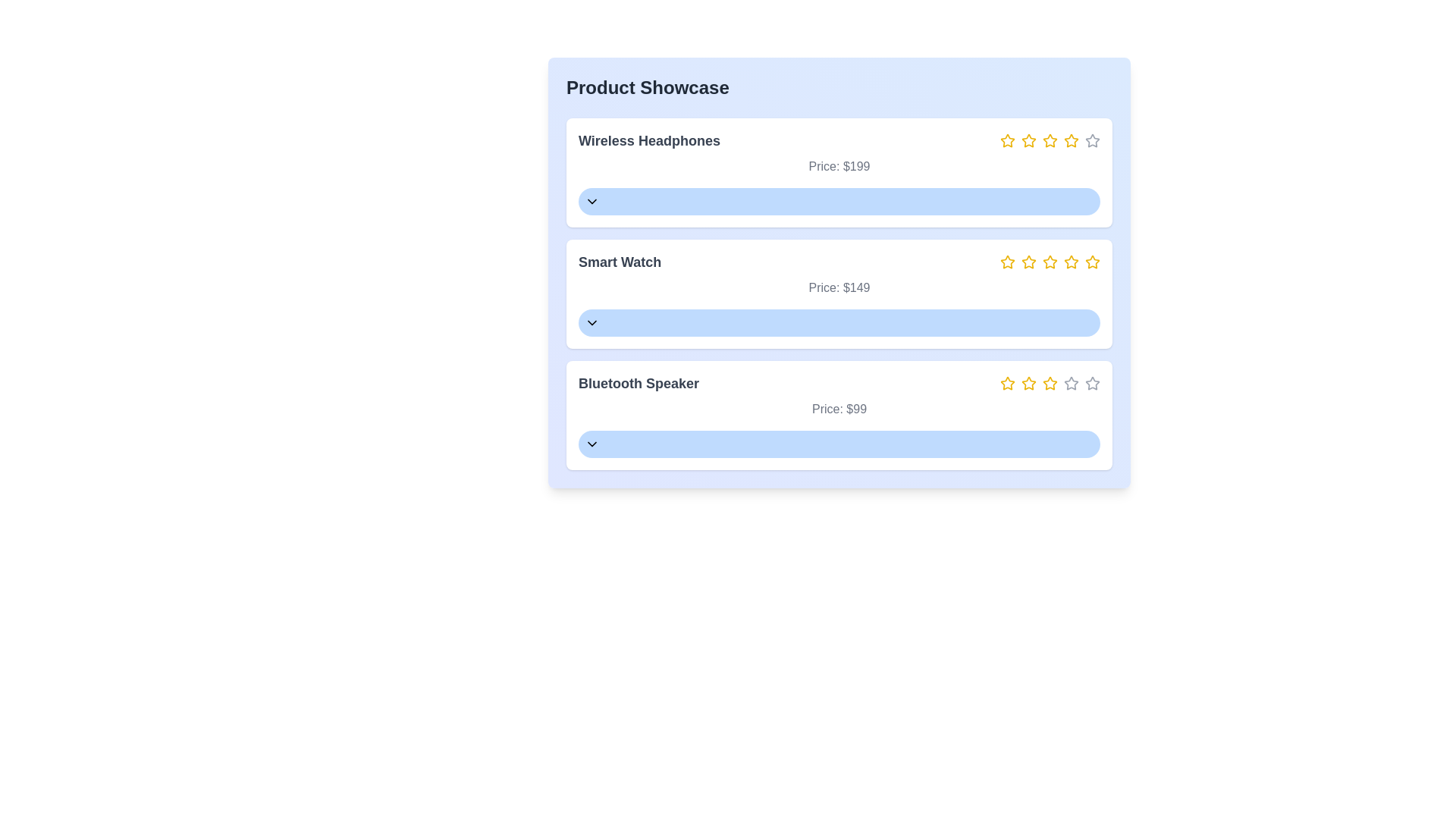  Describe the element at coordinates (1048, 140) in the screenshot. I see `the third yellow hollow star icon in the rating system for the 'Wireless Headphones' product` at that location.